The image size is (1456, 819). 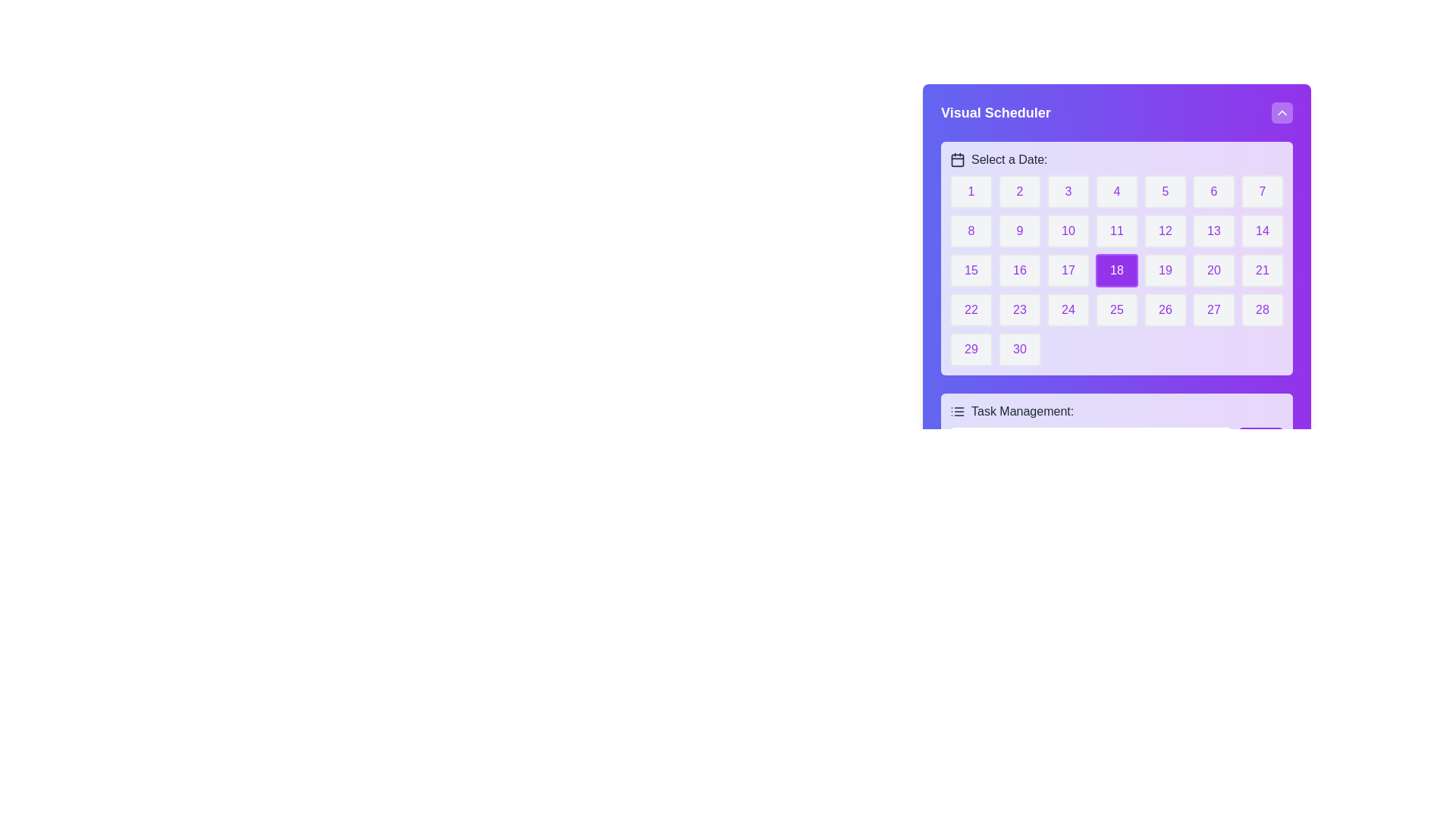 I want to click on the rounded rectangular button with a light gray background and purple number '22' located in the first column of the fourth row in the grid, so click(x=971, y=309).